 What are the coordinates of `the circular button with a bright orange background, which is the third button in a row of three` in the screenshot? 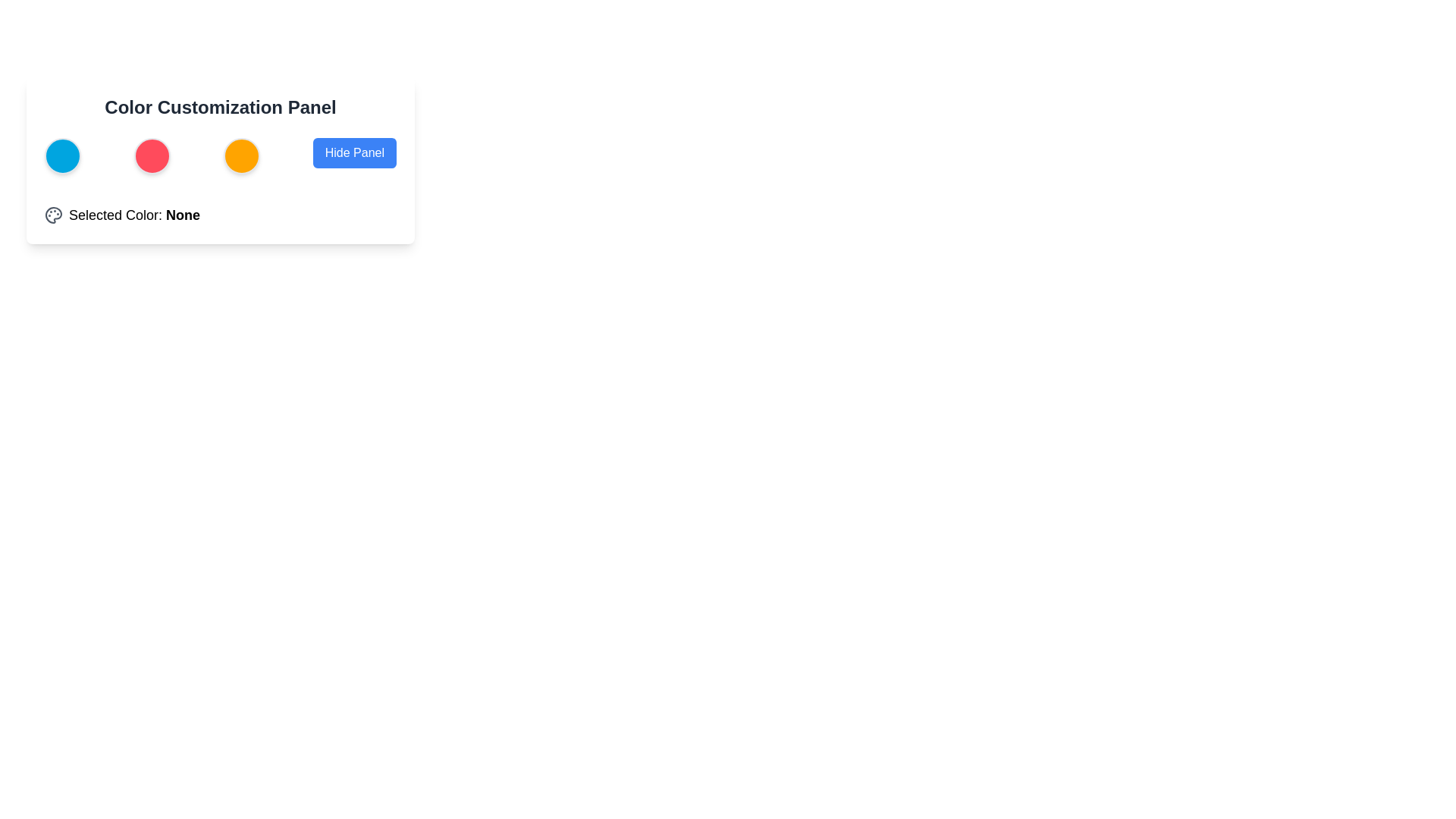 It's located at (240, 155).